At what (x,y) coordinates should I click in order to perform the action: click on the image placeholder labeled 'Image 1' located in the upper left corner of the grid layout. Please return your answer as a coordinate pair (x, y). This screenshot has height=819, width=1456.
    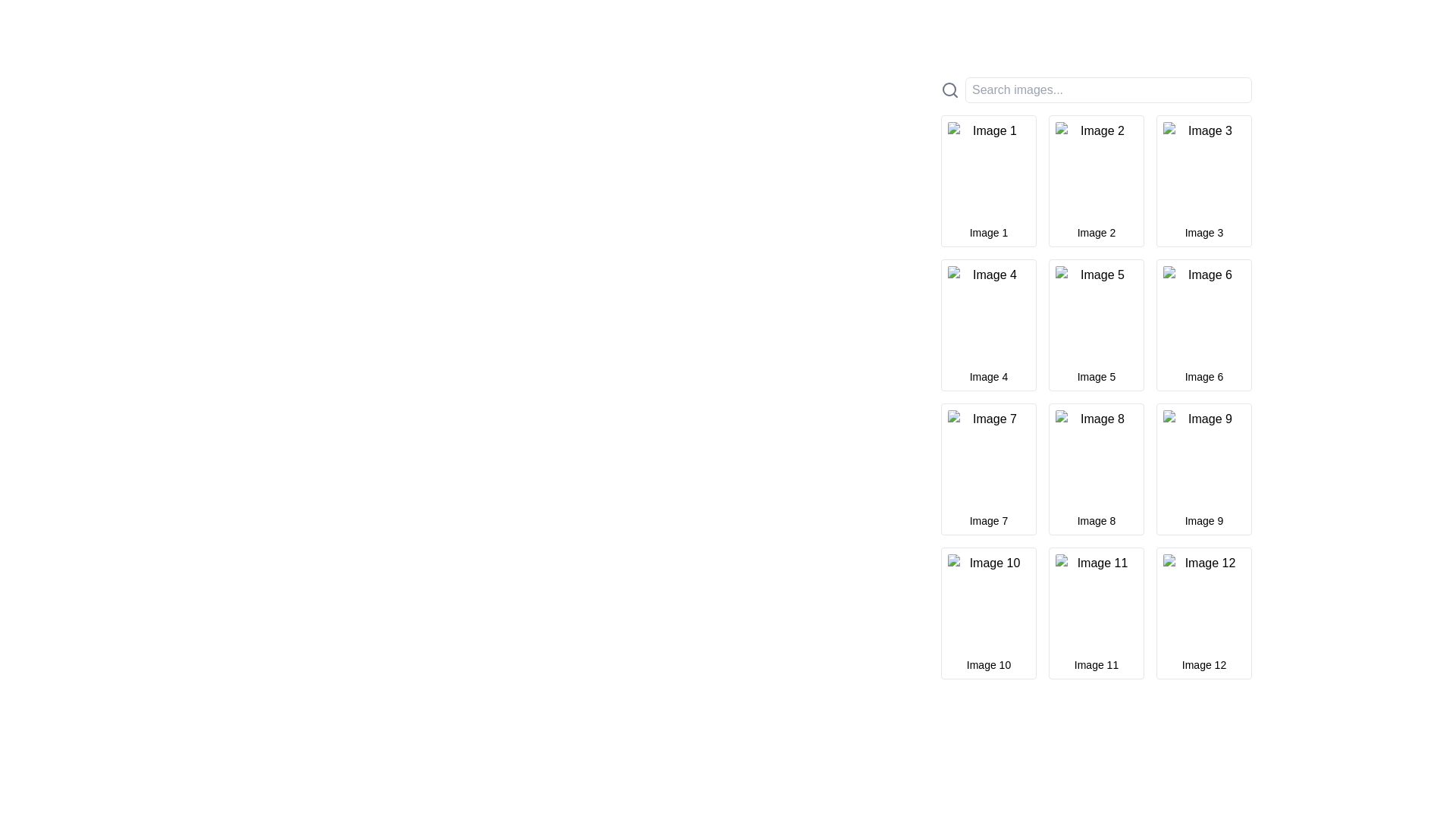
    Looking at the image, I should click on (989, 170).